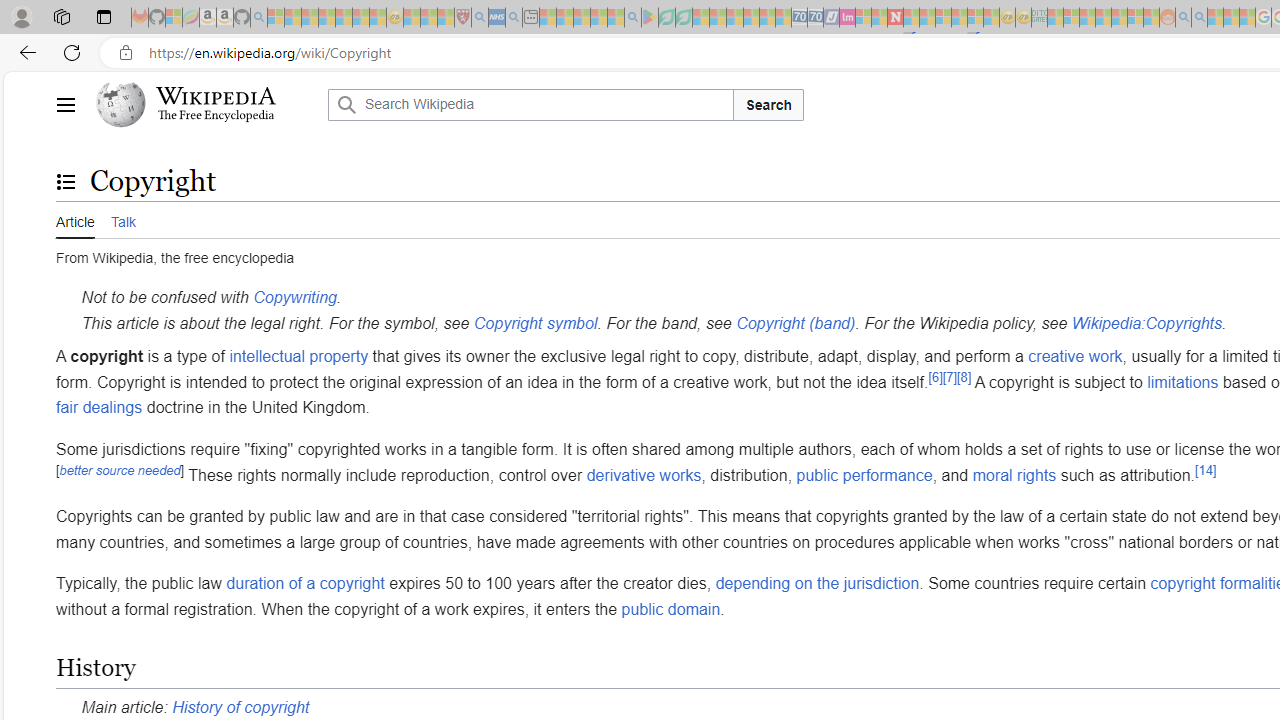 This screenshot has width=1280, height=720. What do you see at coordinates (1204, 470) in the screenshot?
I see `'[14]'` at bounding box center [1204, 470].